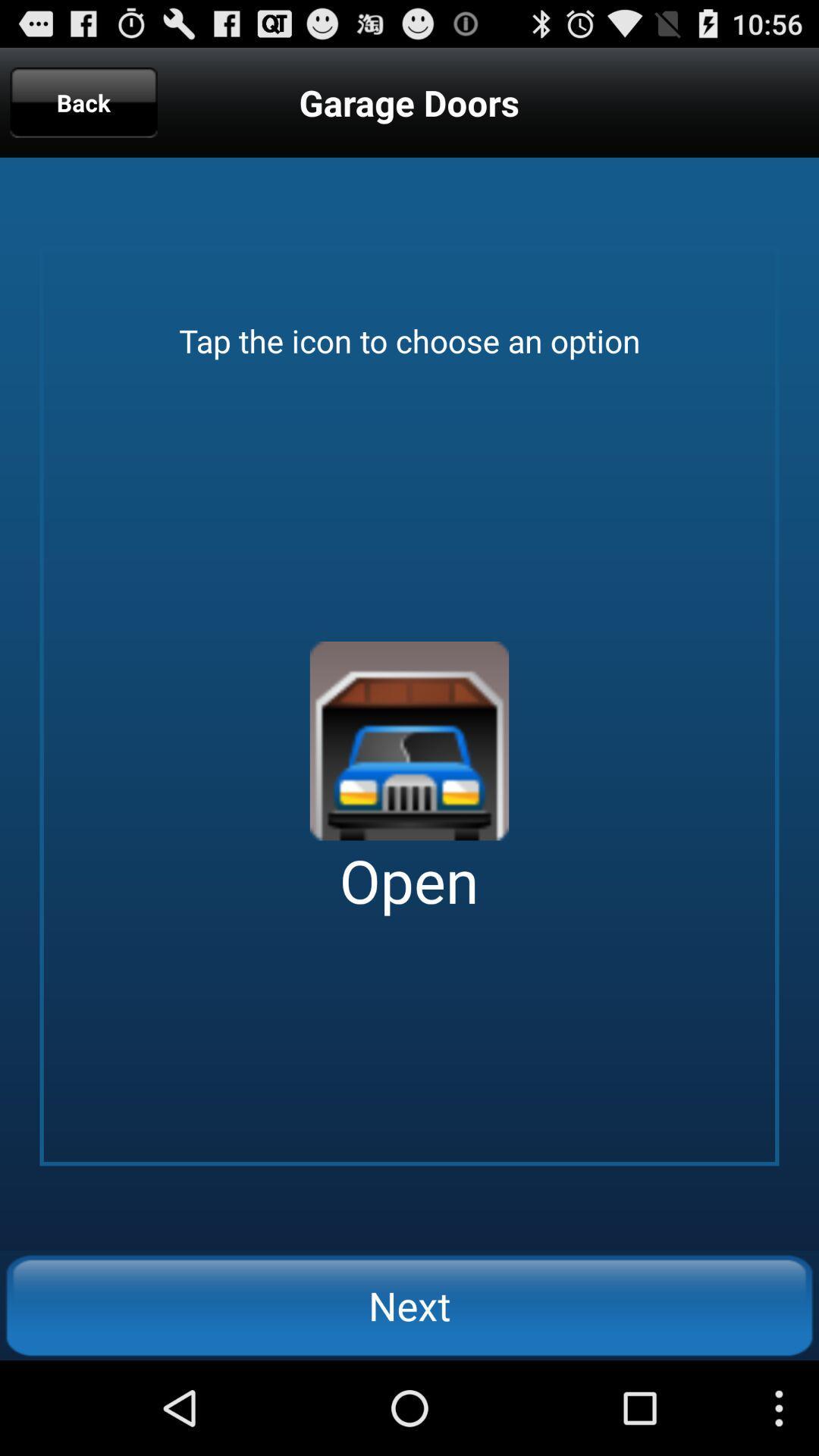 The width and height of the screenshot is (819, 1456). I want to click on app below the tap the icon, so click(409, 741).